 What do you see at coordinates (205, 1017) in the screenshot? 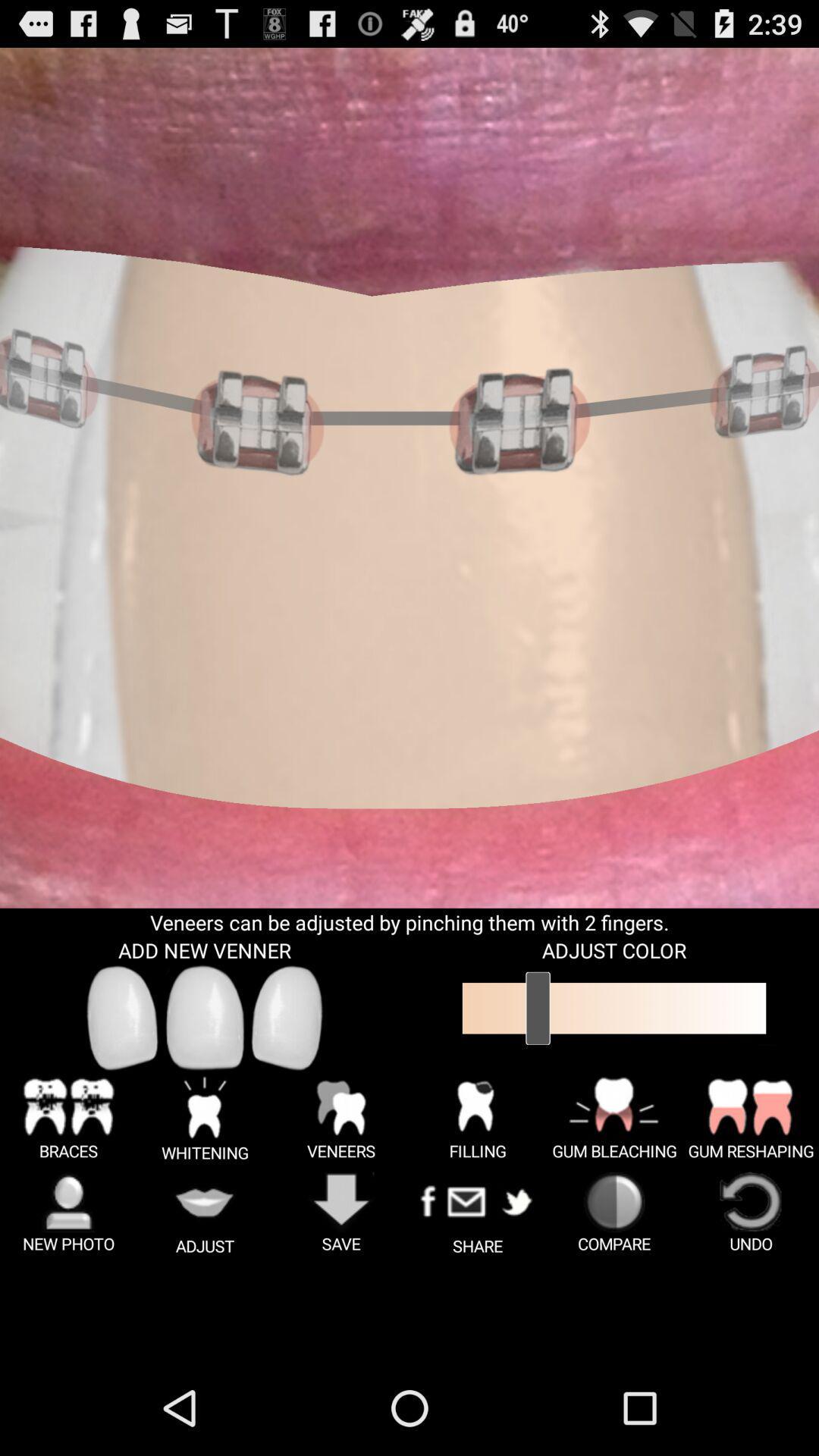
I see `center venner` at bounding box center [205, 1017].